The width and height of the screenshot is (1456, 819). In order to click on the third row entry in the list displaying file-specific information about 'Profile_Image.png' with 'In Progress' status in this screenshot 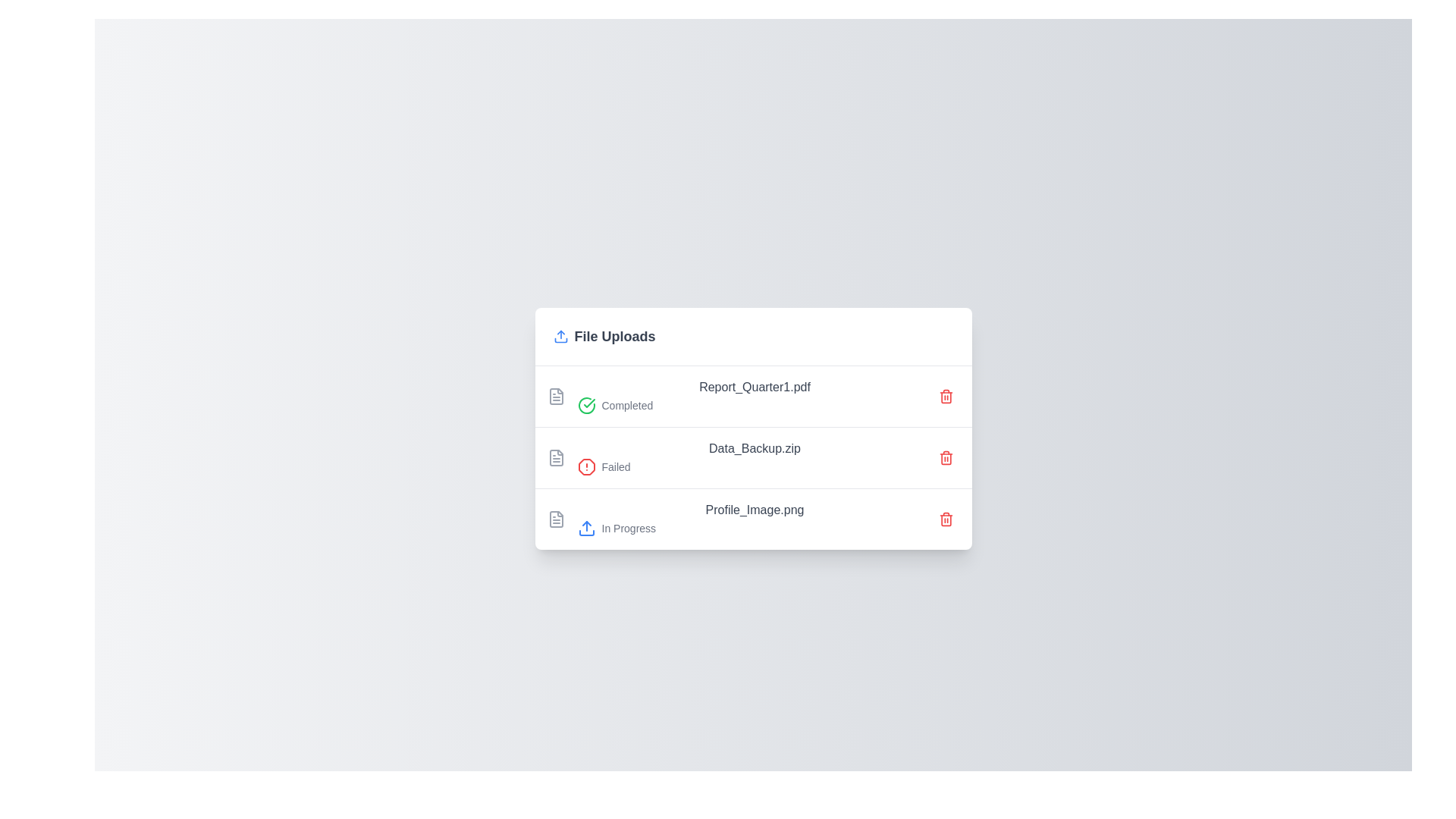, I will do `click(753, 517)`.